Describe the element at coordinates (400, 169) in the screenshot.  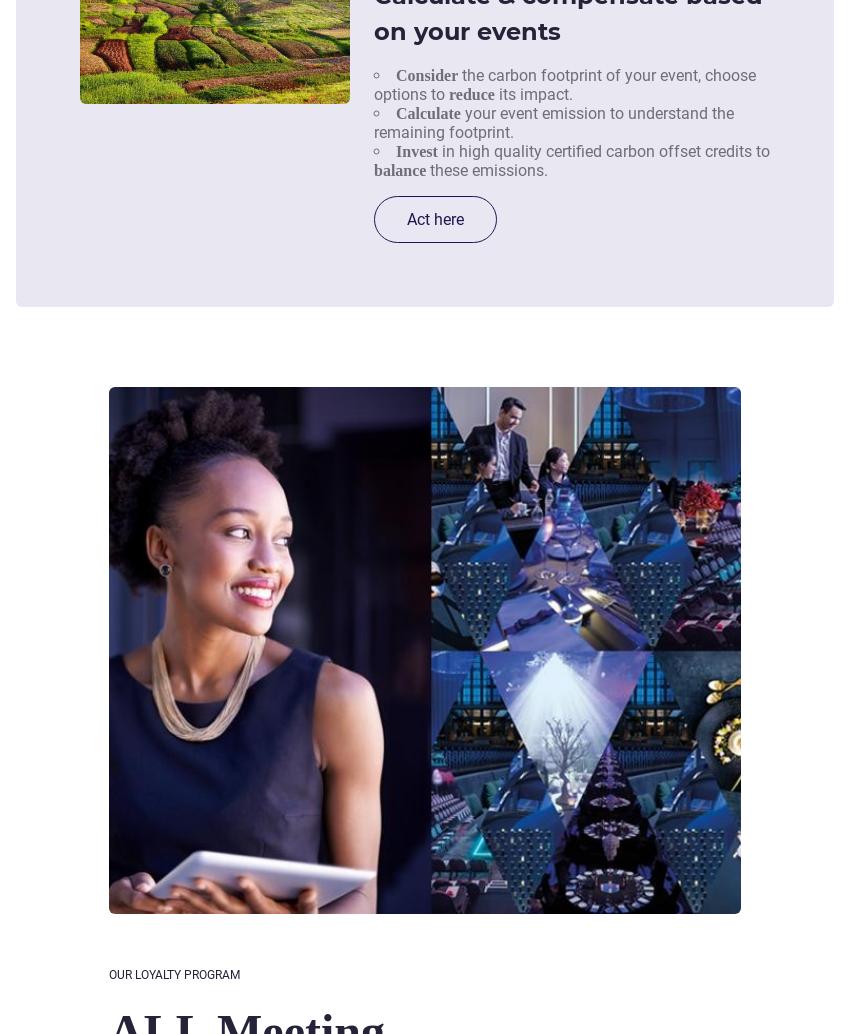
I see `'balance'` at that location.